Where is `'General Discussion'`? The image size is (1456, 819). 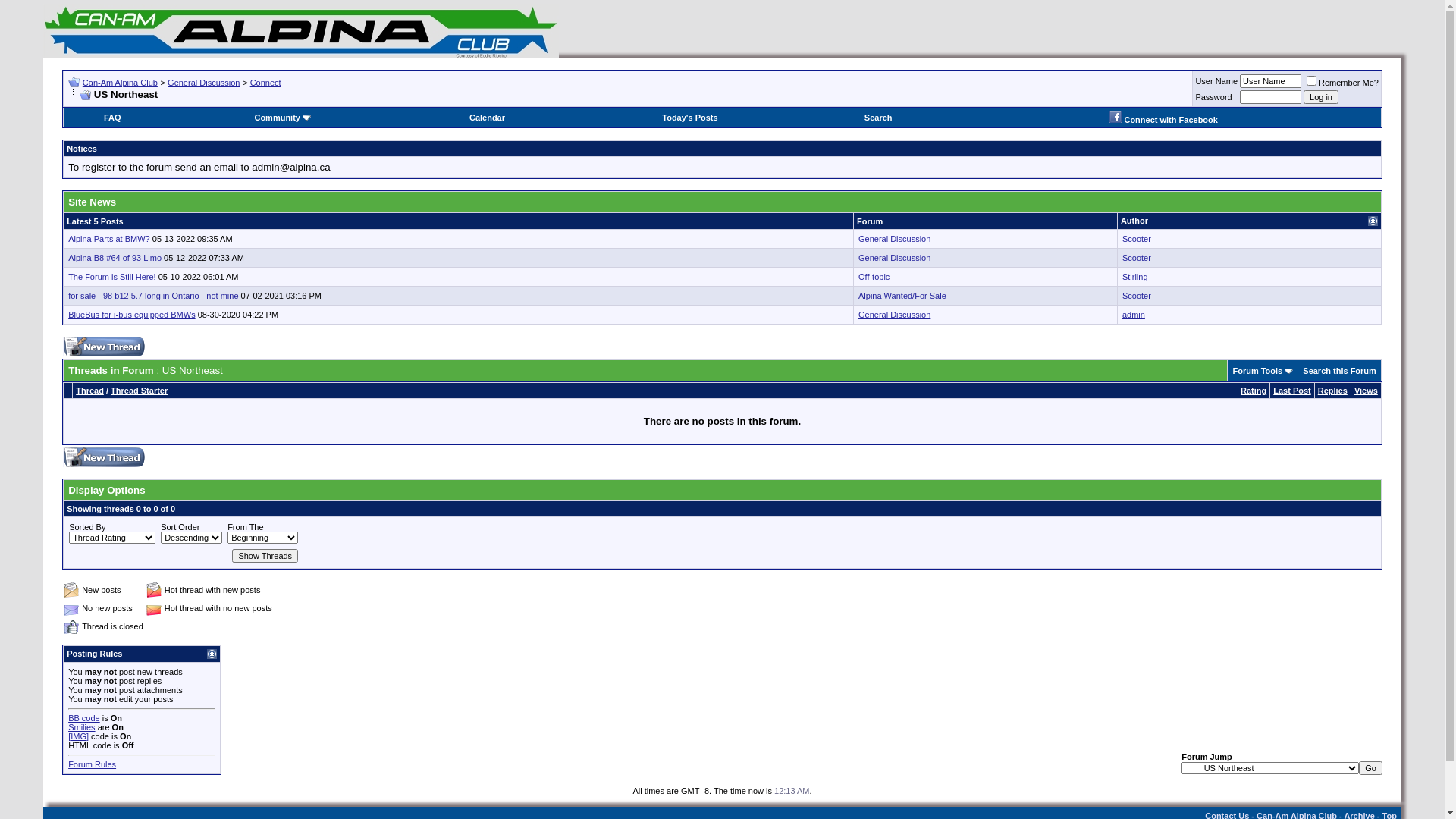 'General Discussion' is located at coordinates (894, 239).